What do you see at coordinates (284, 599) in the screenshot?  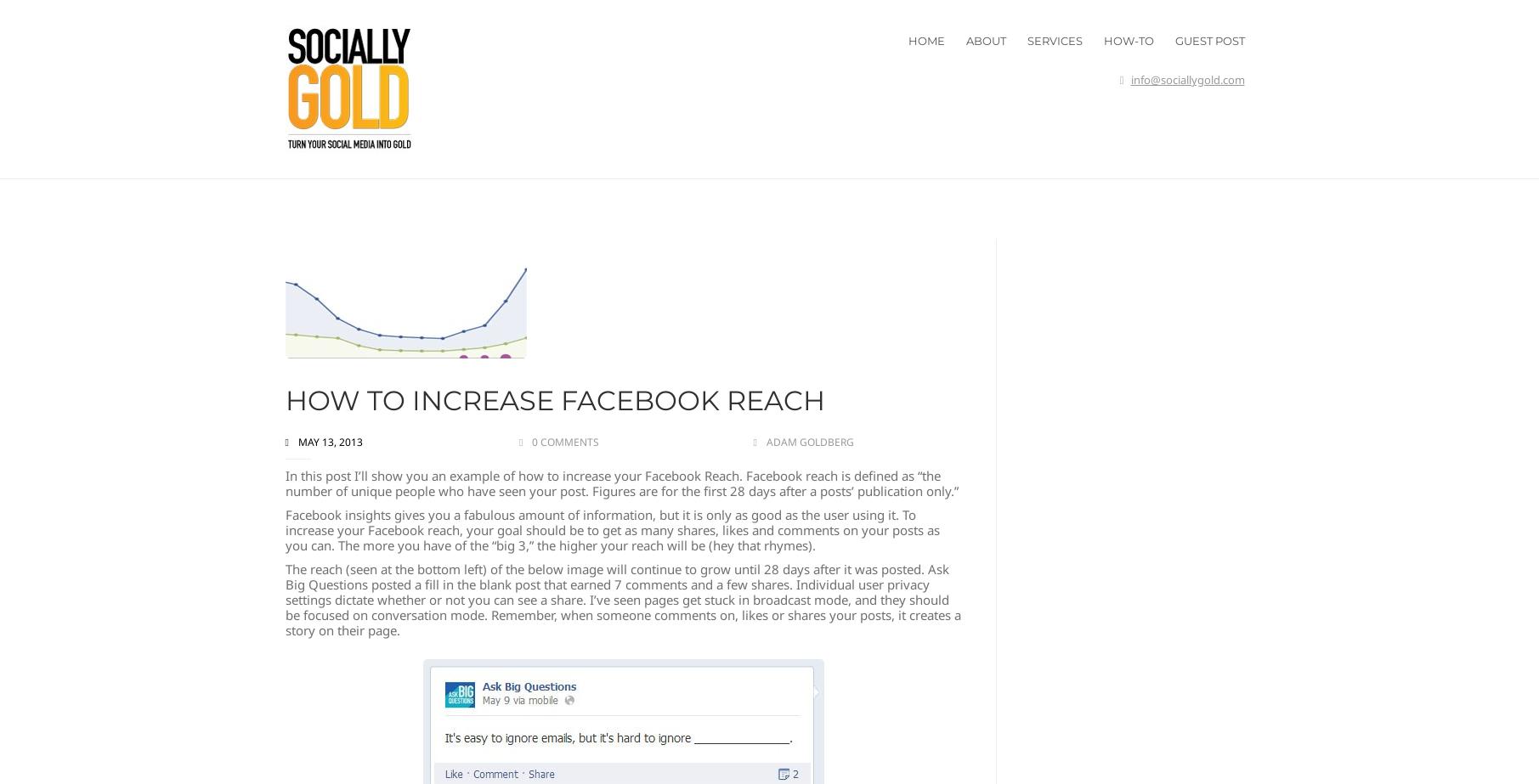 I see `'The reach (seen at the bottom left) of the below image will continue to grow until 28 days after it was posted. Ask Big Questions posted a fill in the blank post that earned 7 comments and a few shares. Individual user privacy settings dictate whether or not you can see a share. I’ve seen pages get stuck in broadcast mode, and they should be focused on conversation mode. Remember, when someone comments on, likes or shares your posts, it creates a story on their page.'` at bounding box center [284, 599].